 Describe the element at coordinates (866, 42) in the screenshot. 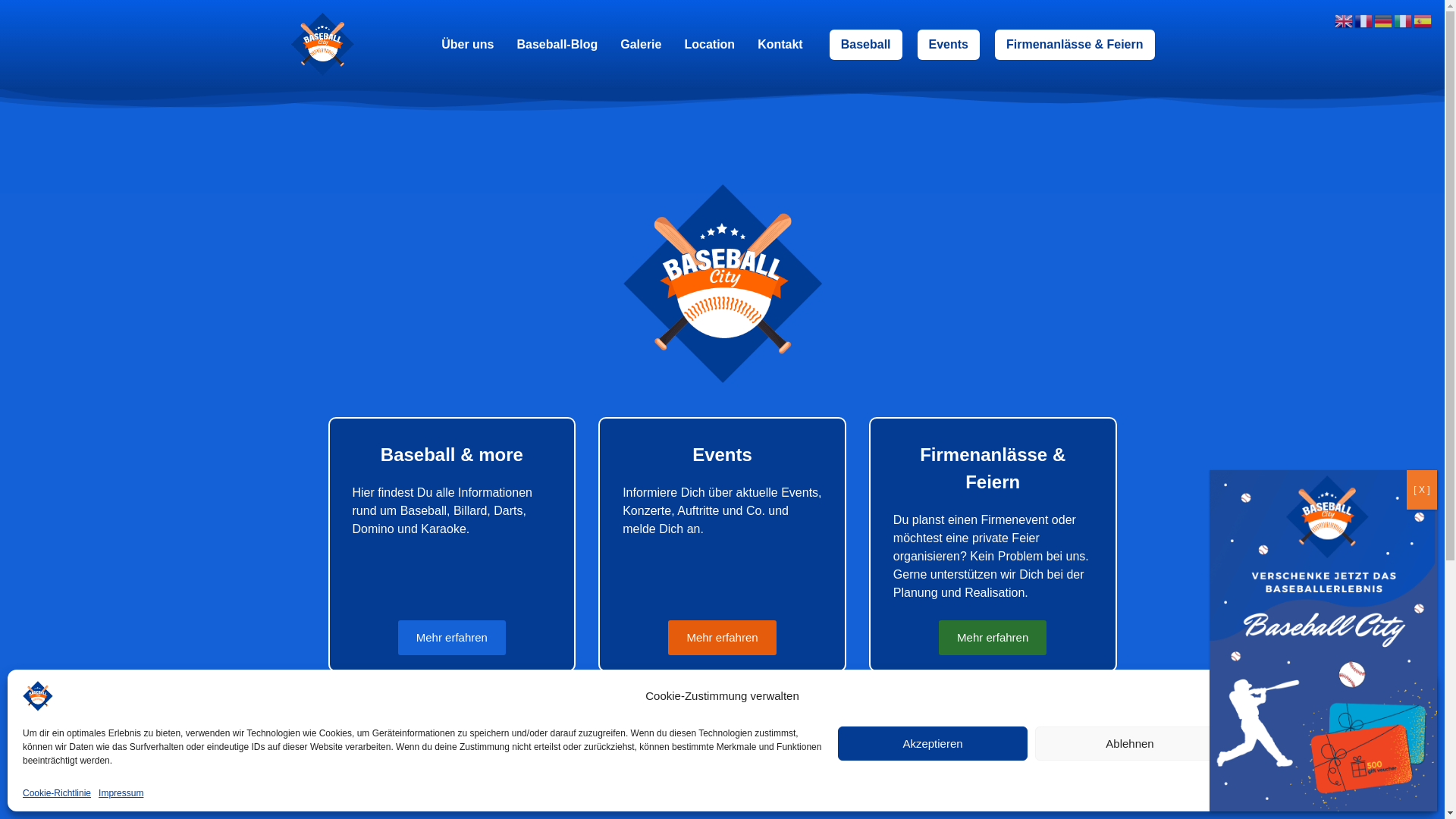

I see `'Baseball'` at that location.